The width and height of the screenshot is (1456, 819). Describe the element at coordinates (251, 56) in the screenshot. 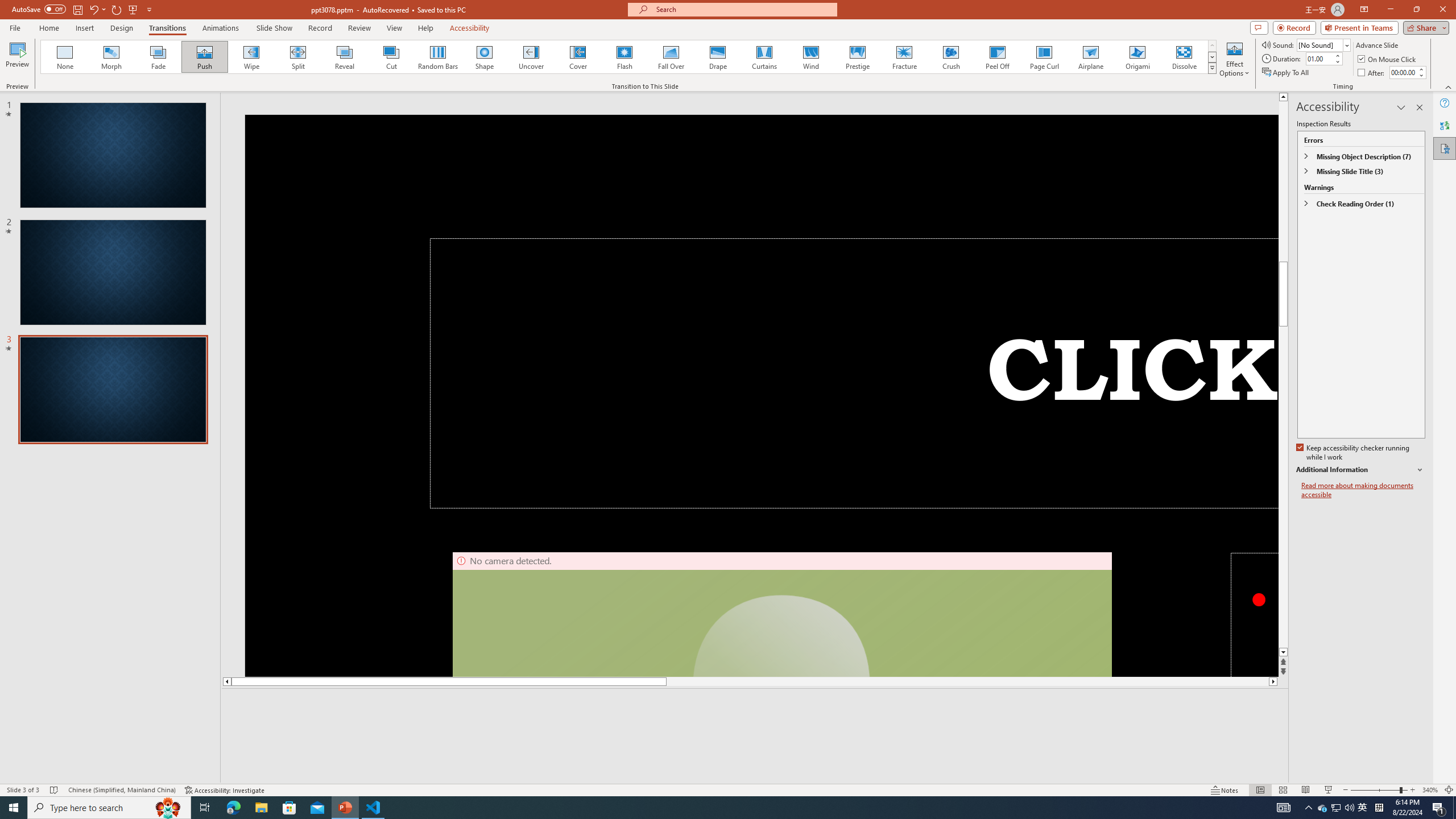

I see `'Wipe'` at that location.